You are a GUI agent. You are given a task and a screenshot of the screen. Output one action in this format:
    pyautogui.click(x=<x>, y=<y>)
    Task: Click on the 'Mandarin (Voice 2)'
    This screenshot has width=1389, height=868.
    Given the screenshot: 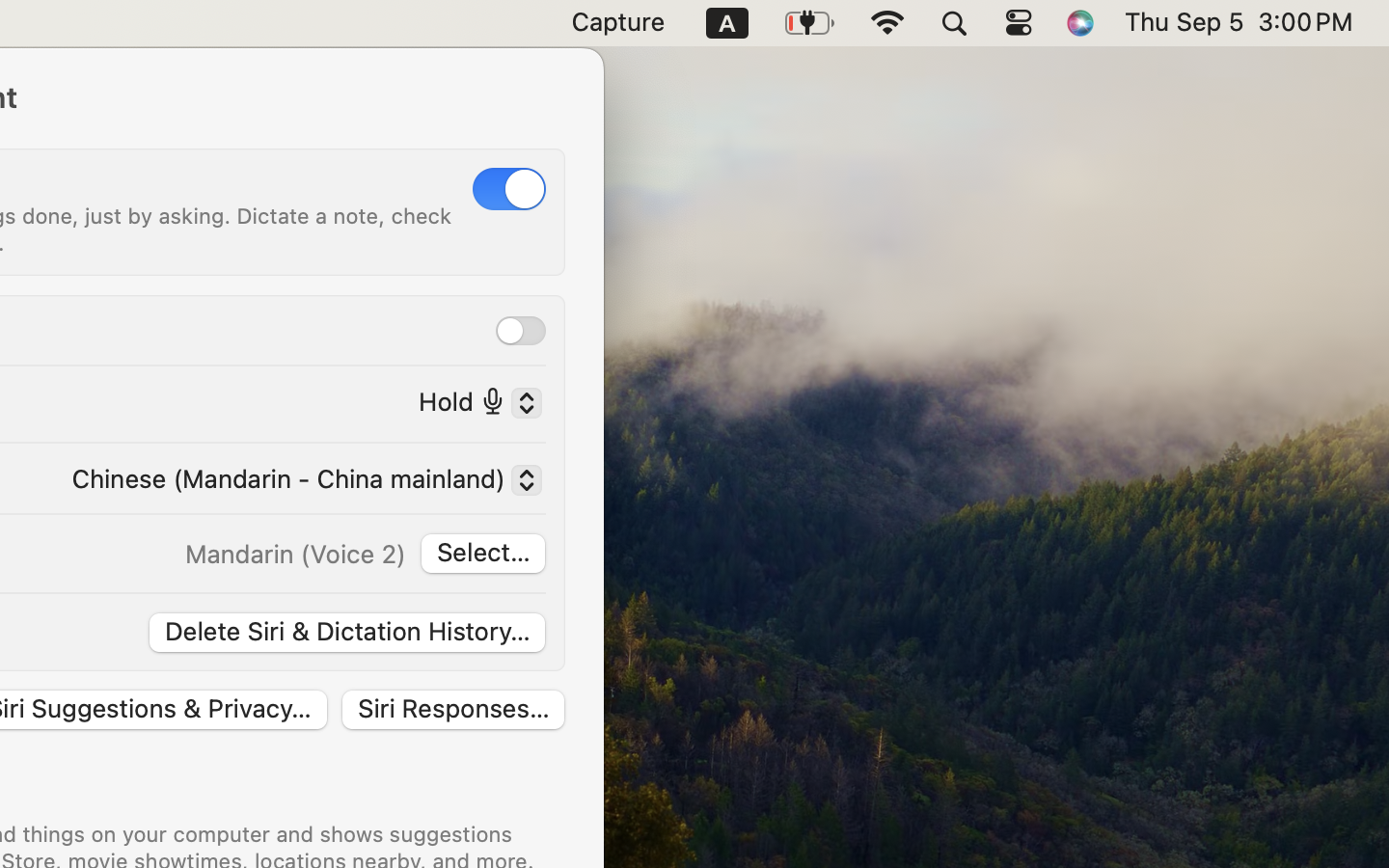 What is the action you would take?
    pyautogui.click(x=295, y=554)
    